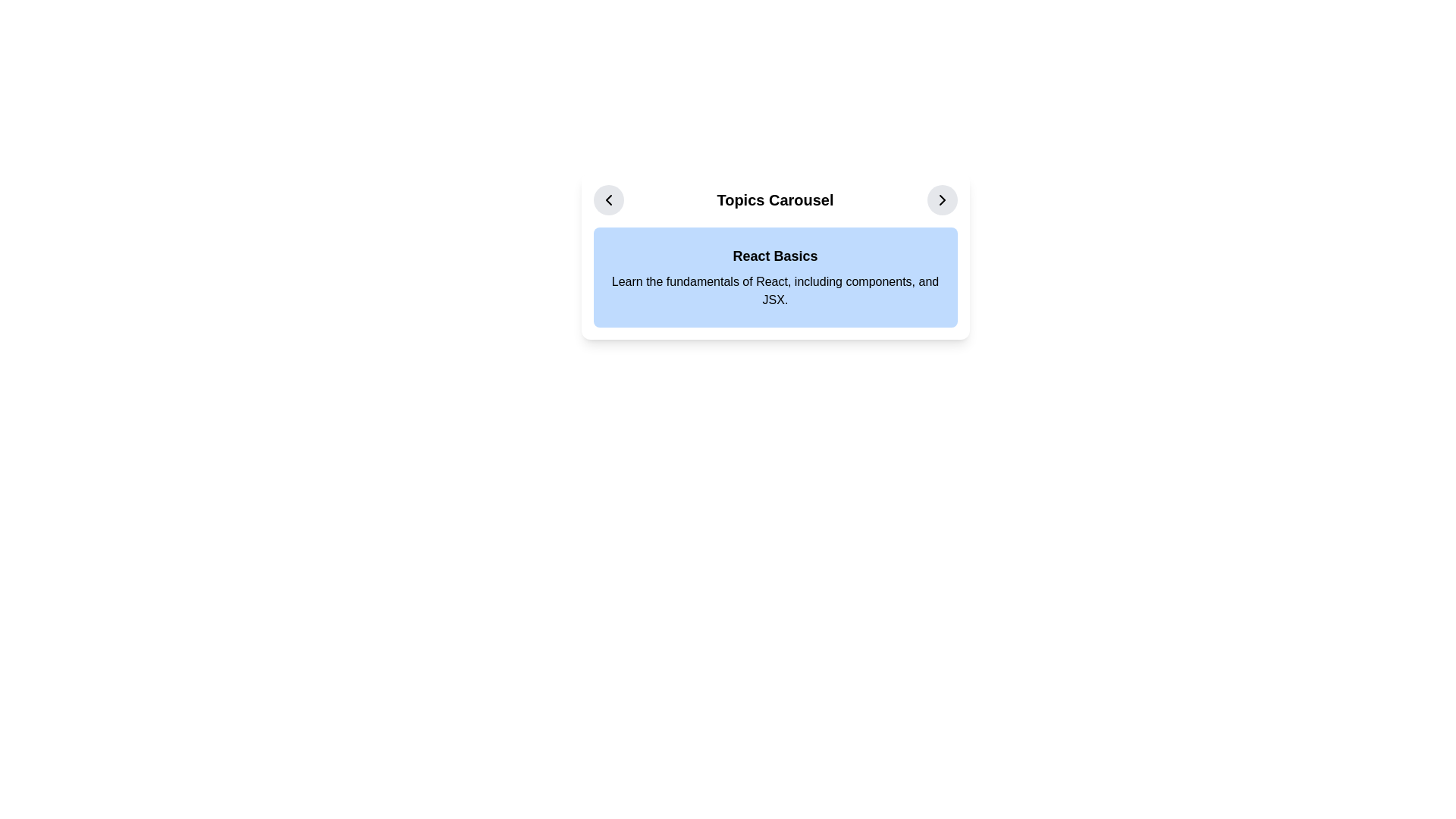 Image resolution: width=1456 pixels, height=819 pixels. Describe the element at coordinates (941, 199) in the screenshot. I see `the right-pointing chevron icon within the circular button located in the top-right corner of the 'React Basics' card` at that location.